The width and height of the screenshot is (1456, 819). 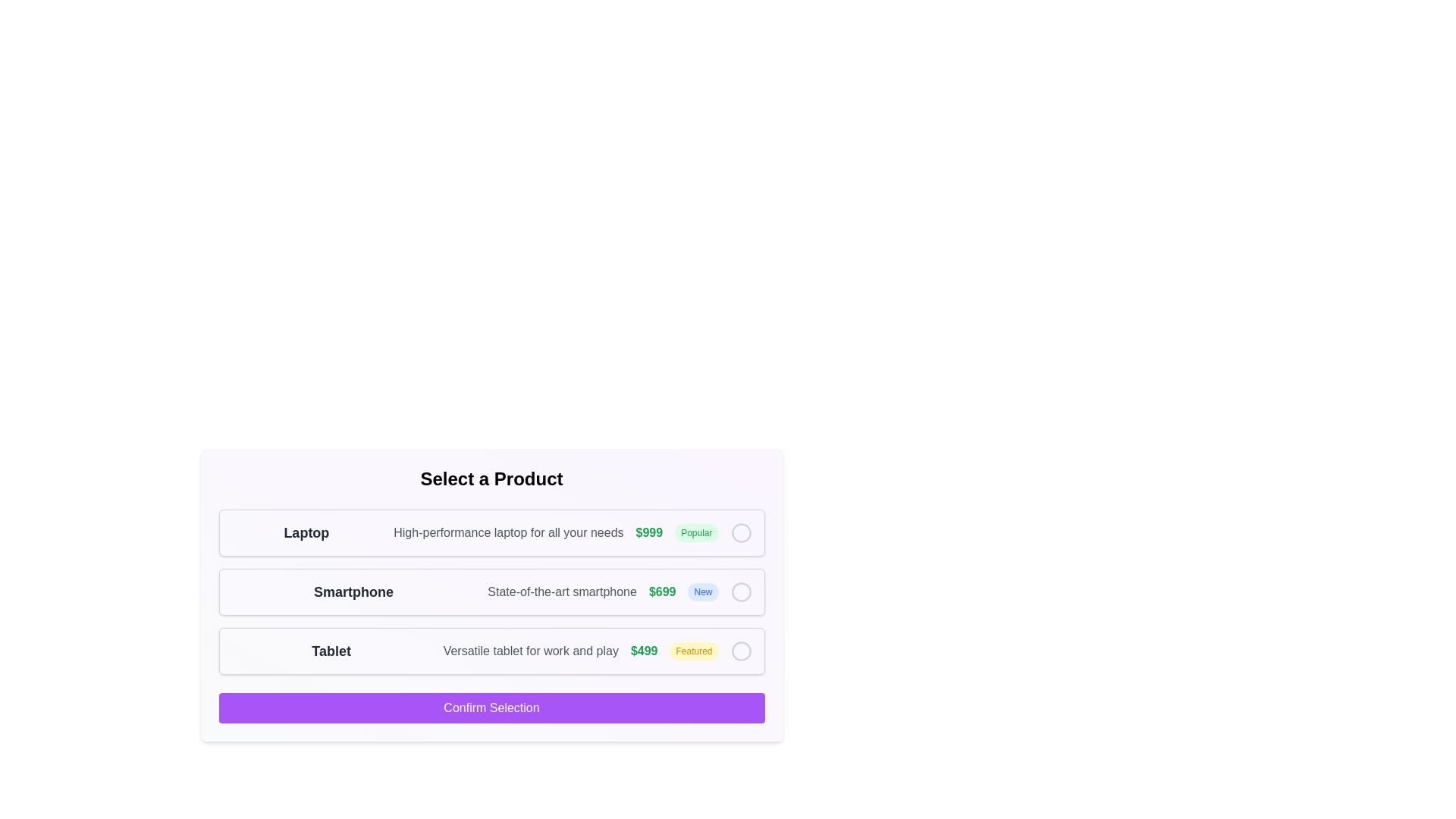 What do you see at coordinates (491, 479) in the screenshot?
I see `the header text that introduces the section above the list of product options` at bounding box center [491, 479].